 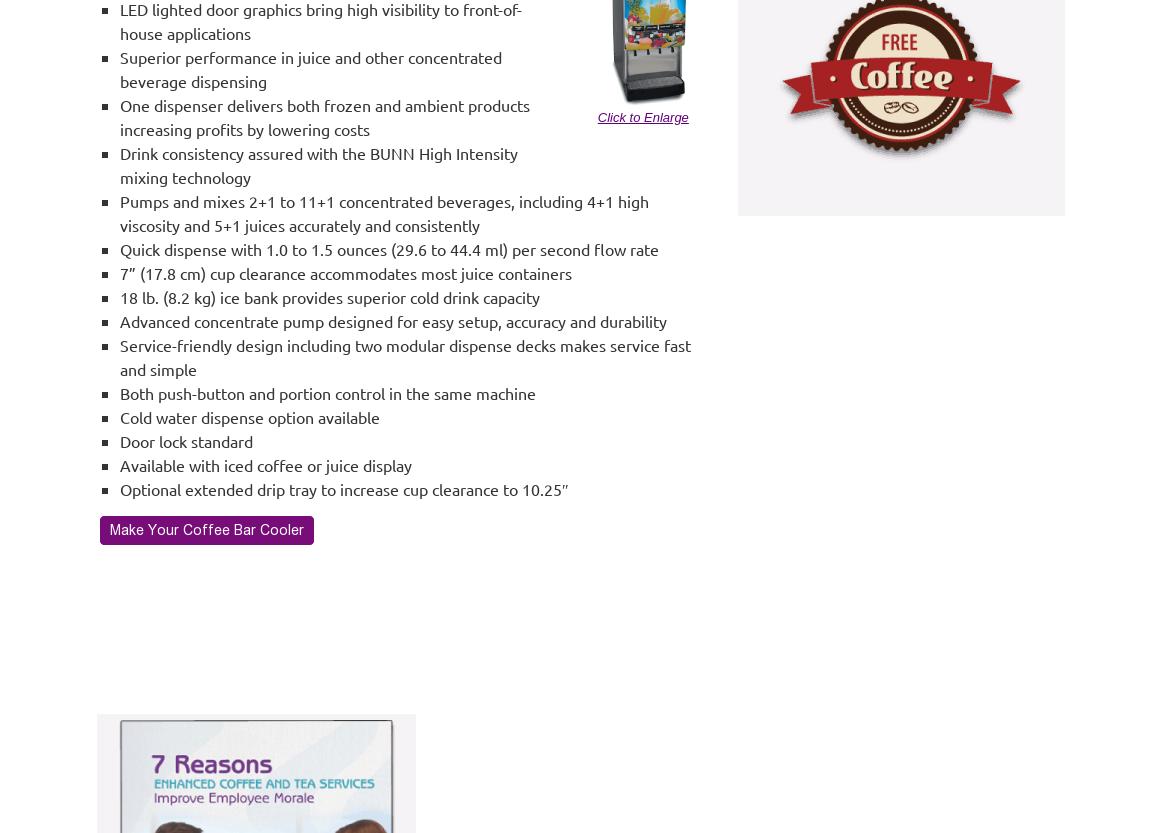 What do you see at coordinates (346, 272) in the screenshot?
I see `'7” (17.8 cm) cup clearance accommodates most juice containers'` at bounding box center [346, 272].